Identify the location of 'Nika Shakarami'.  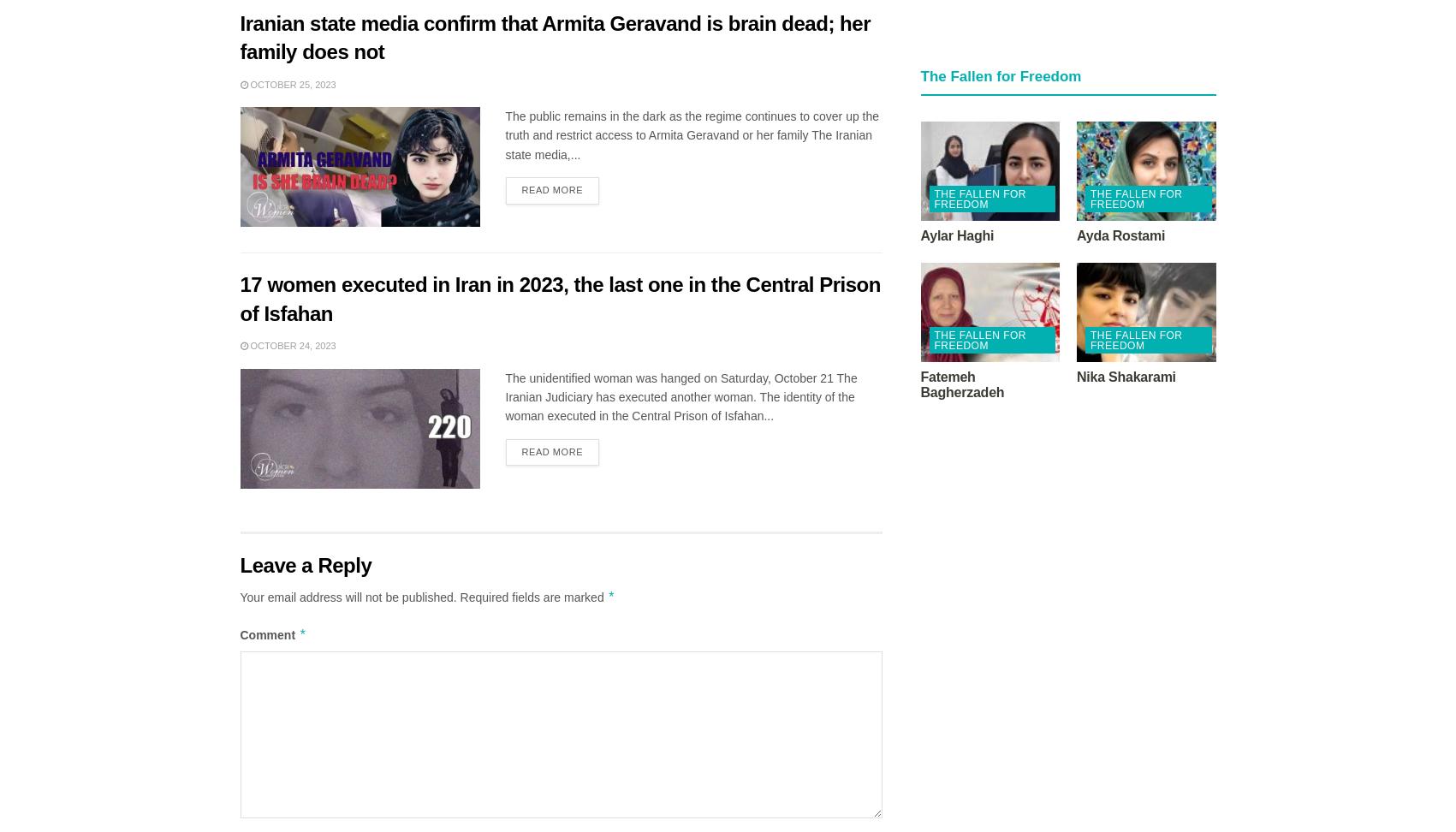
(1126, 376).